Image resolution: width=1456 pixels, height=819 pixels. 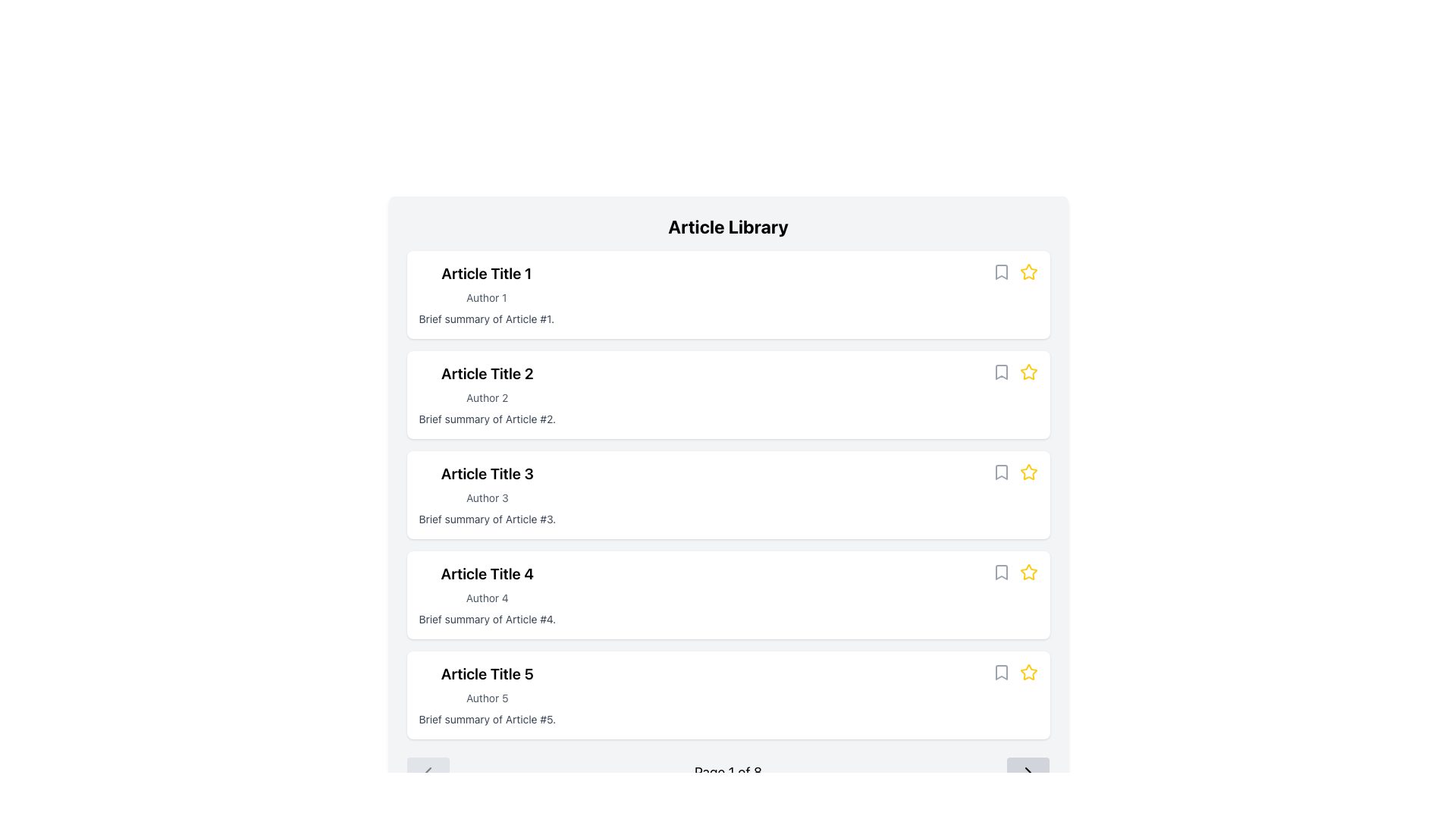 I want to click on the text label that signifies the author of 'Article Title 1', which is located below the article title and above the summary text, so click(x=486, y=298).